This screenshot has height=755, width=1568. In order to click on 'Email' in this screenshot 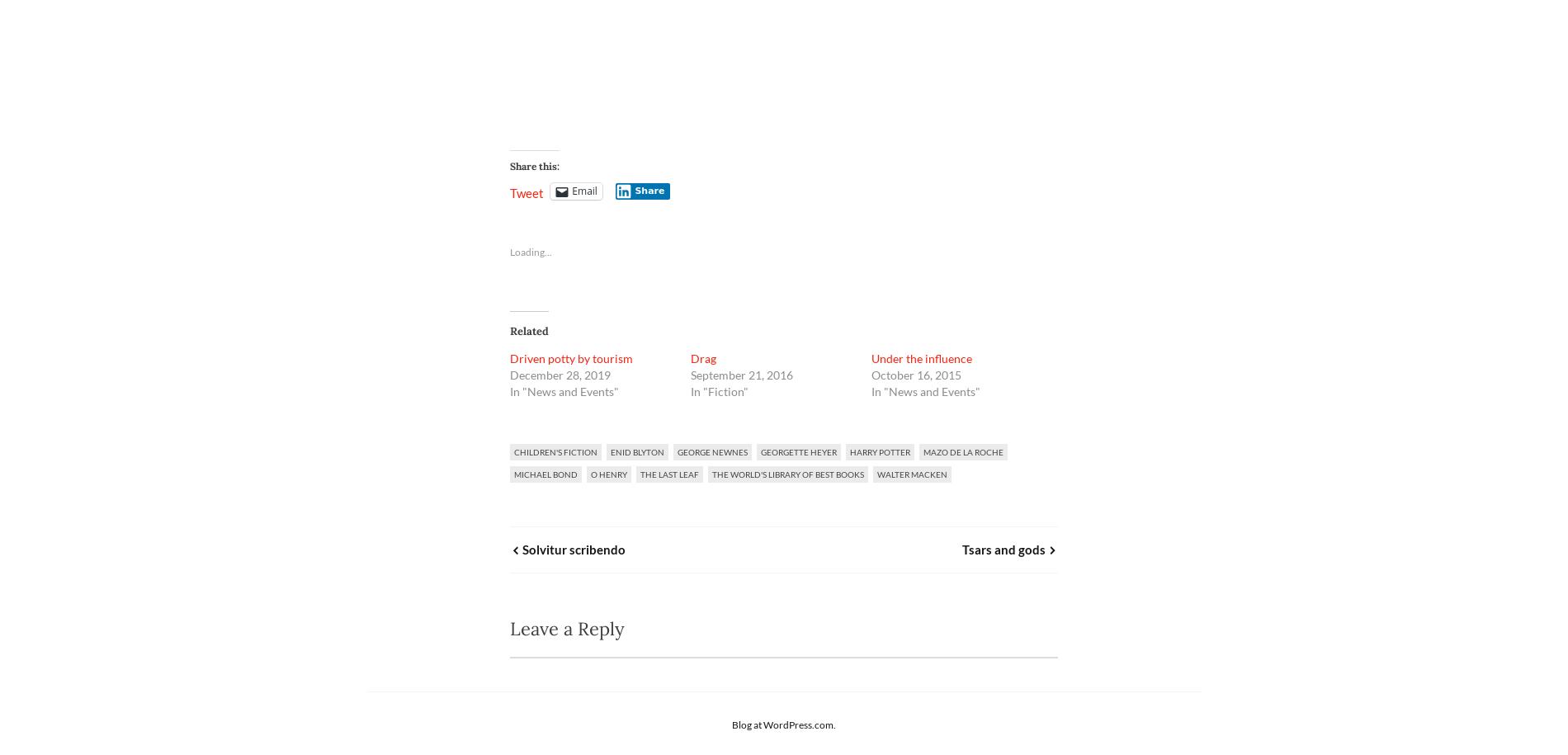, I will do `click(571, 191)`.